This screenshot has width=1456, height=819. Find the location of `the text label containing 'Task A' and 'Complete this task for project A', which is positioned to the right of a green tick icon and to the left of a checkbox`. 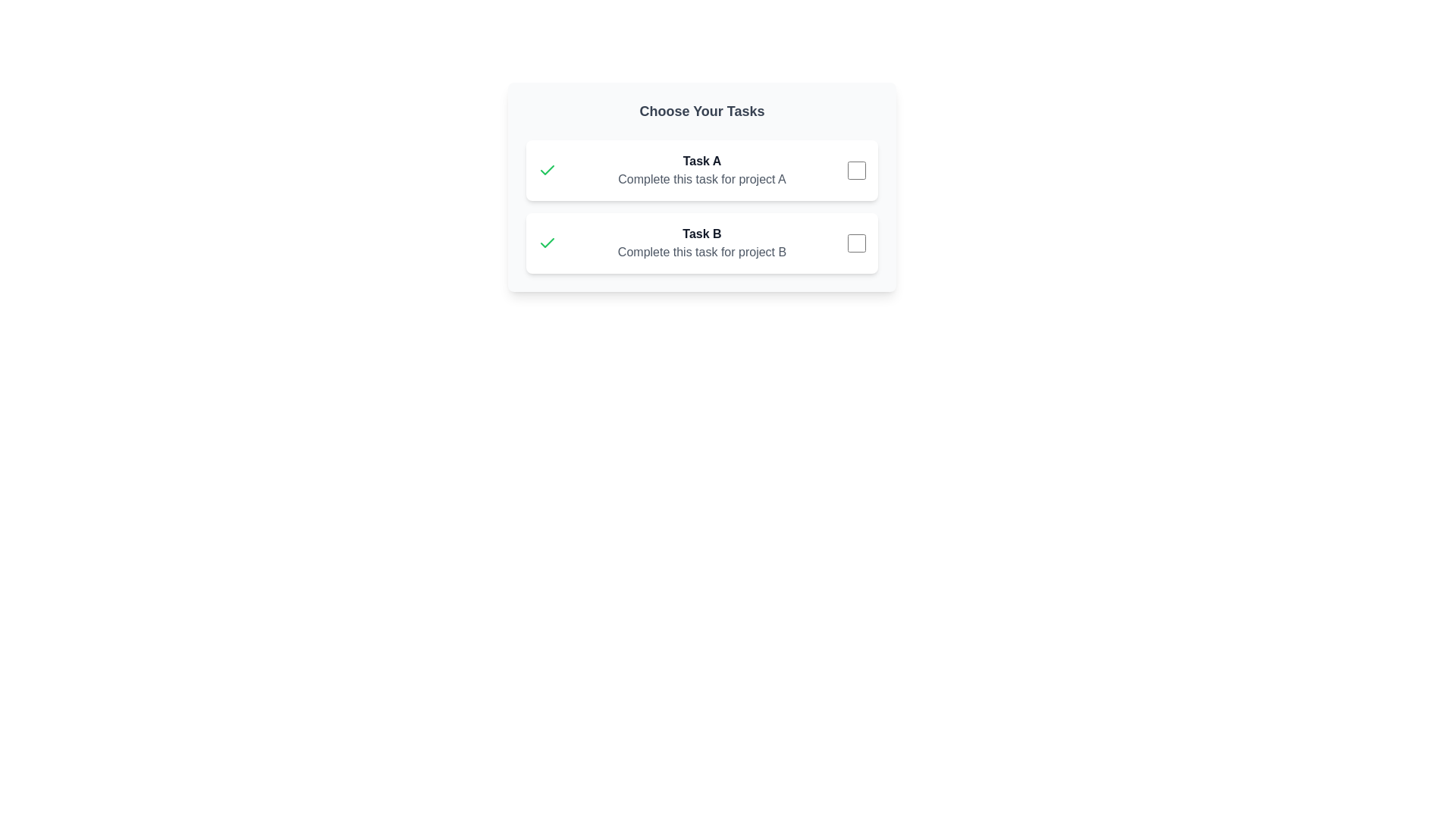

the text label containing 'Task A' and 'Complete this task for project A', which is positioned to the right of a green tick icon and to the left of a checkbox is located at coordinates (701, 170).